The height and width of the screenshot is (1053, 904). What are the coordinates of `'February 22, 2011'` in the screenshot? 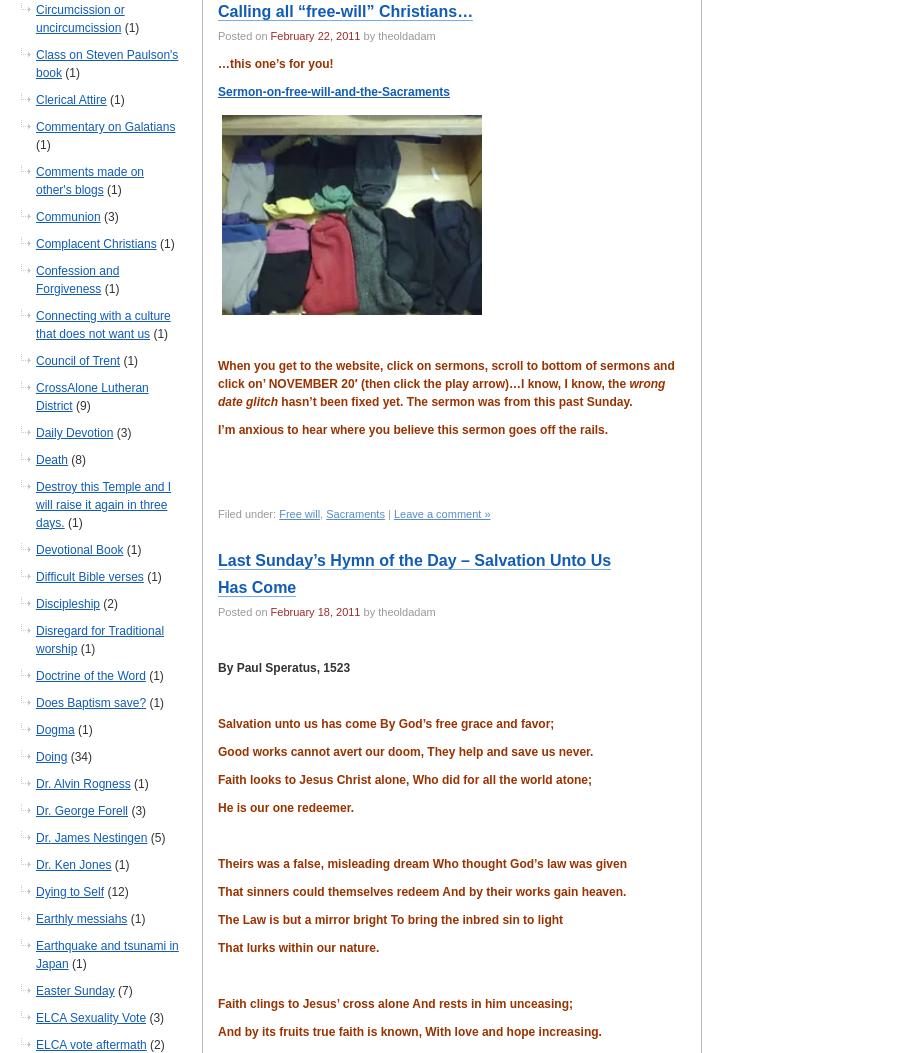 It's located at (315, 36).